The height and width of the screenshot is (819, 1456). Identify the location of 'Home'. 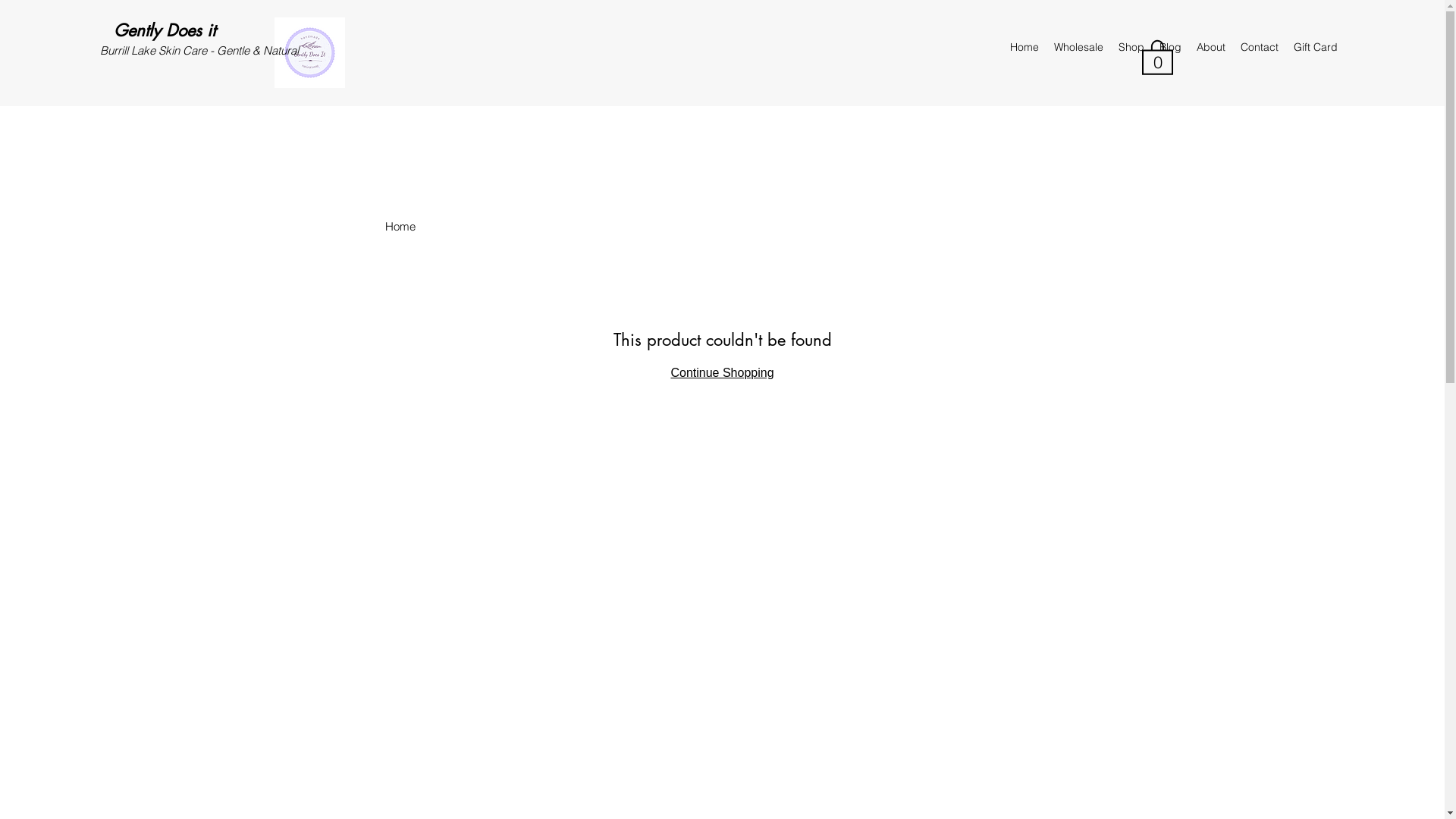
(400, 226).